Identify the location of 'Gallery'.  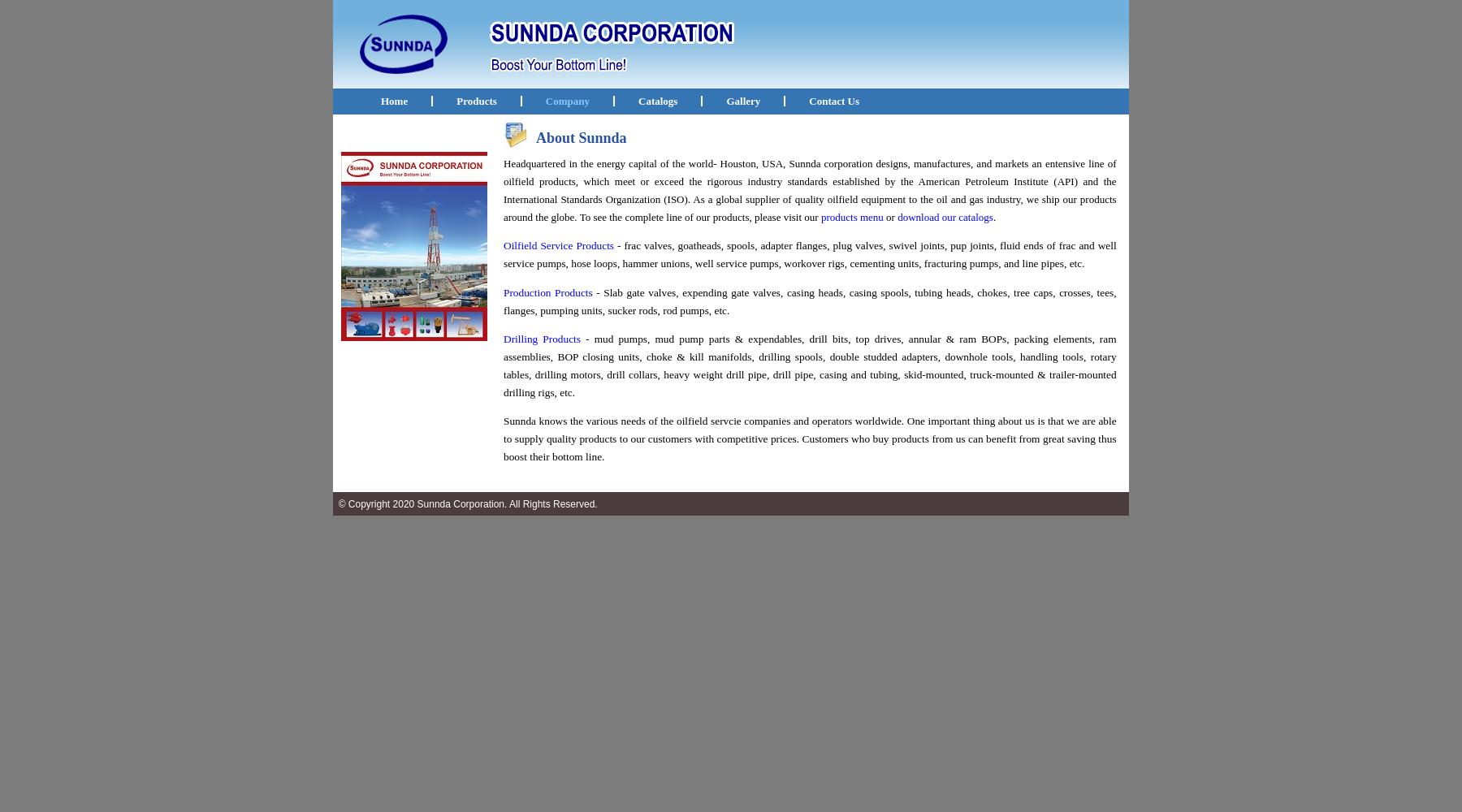
(742, 100).